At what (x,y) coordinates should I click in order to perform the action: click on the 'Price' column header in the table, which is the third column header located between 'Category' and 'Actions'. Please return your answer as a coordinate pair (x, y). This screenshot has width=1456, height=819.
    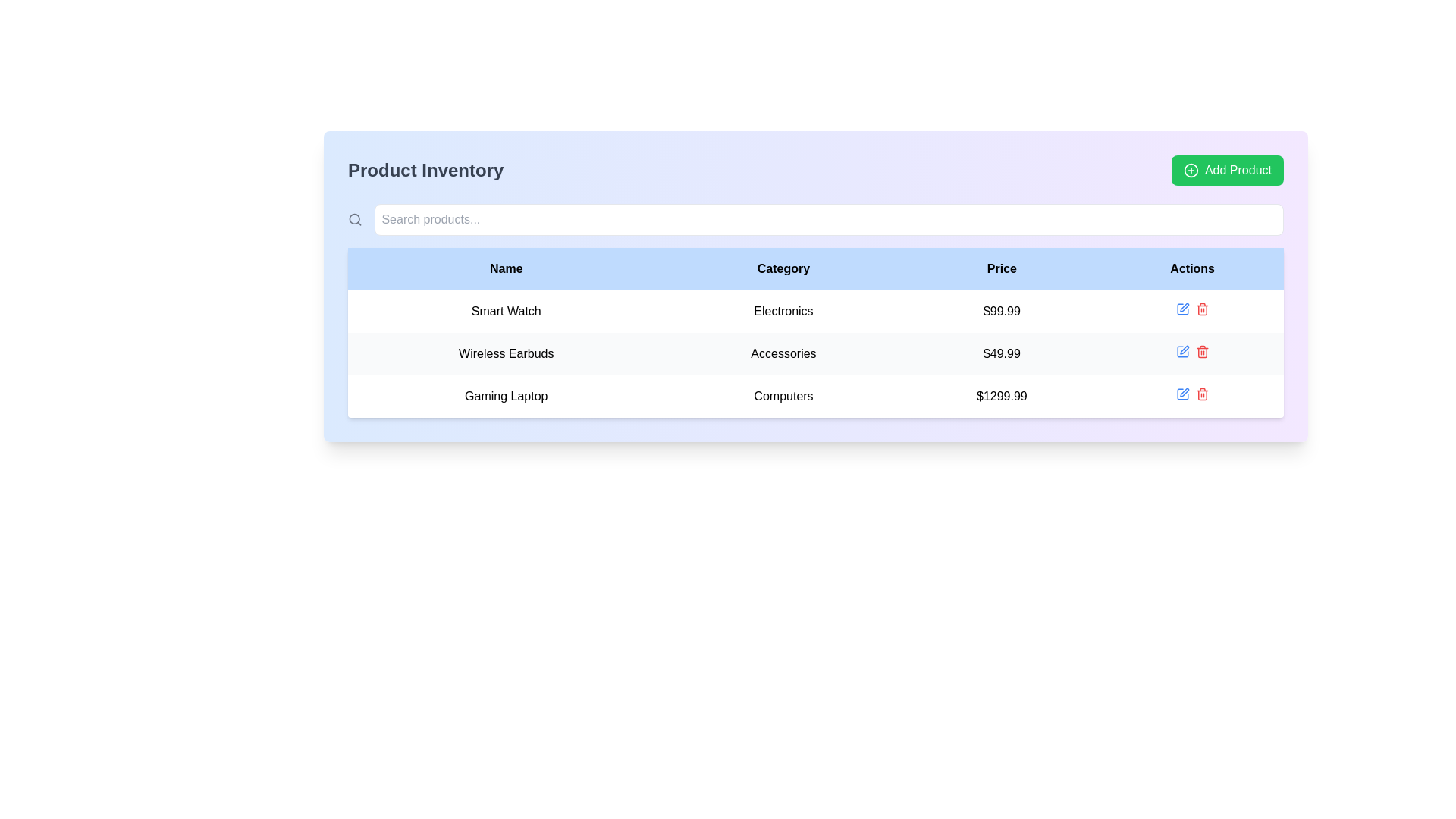
    Looking at the image, I should click on (1002, 268).